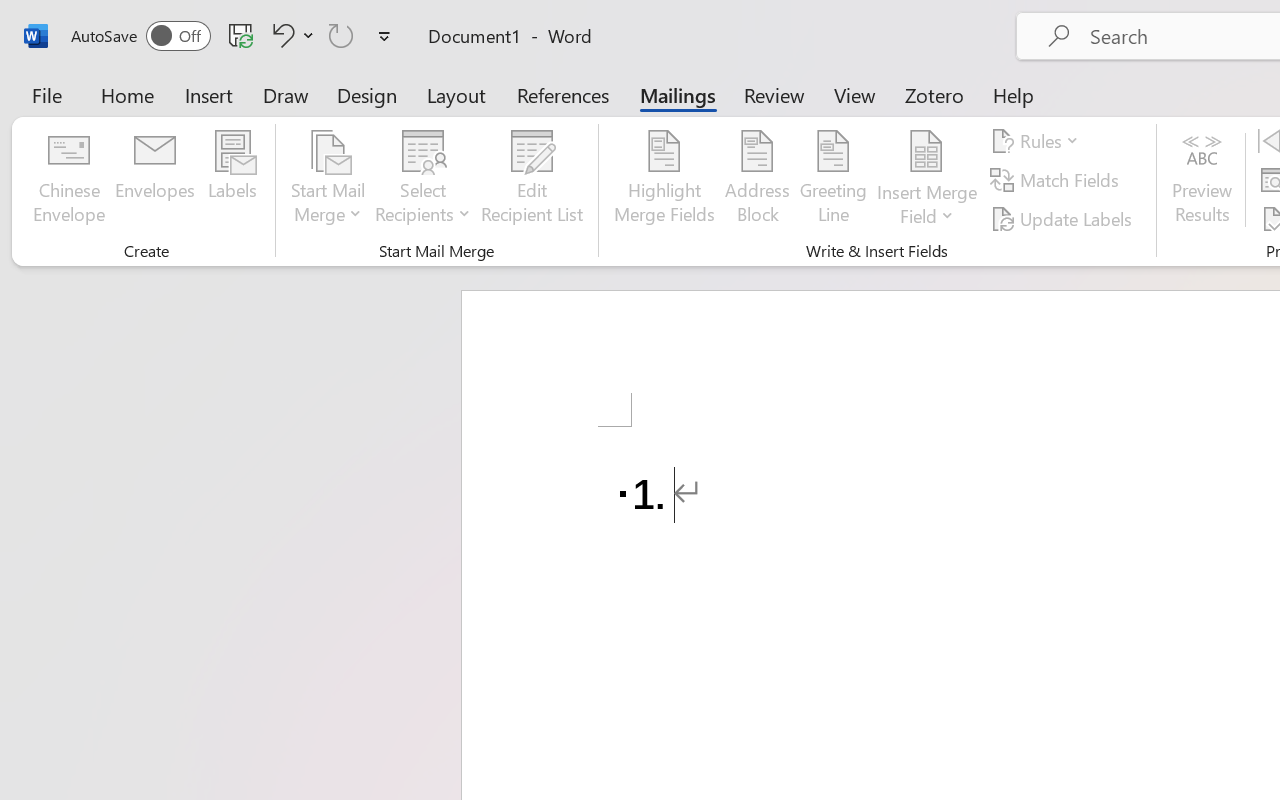 Image resolution: width=1280 pixels, height=800 pixels. I want to click on 'Update Labels', so click(1063, 218).